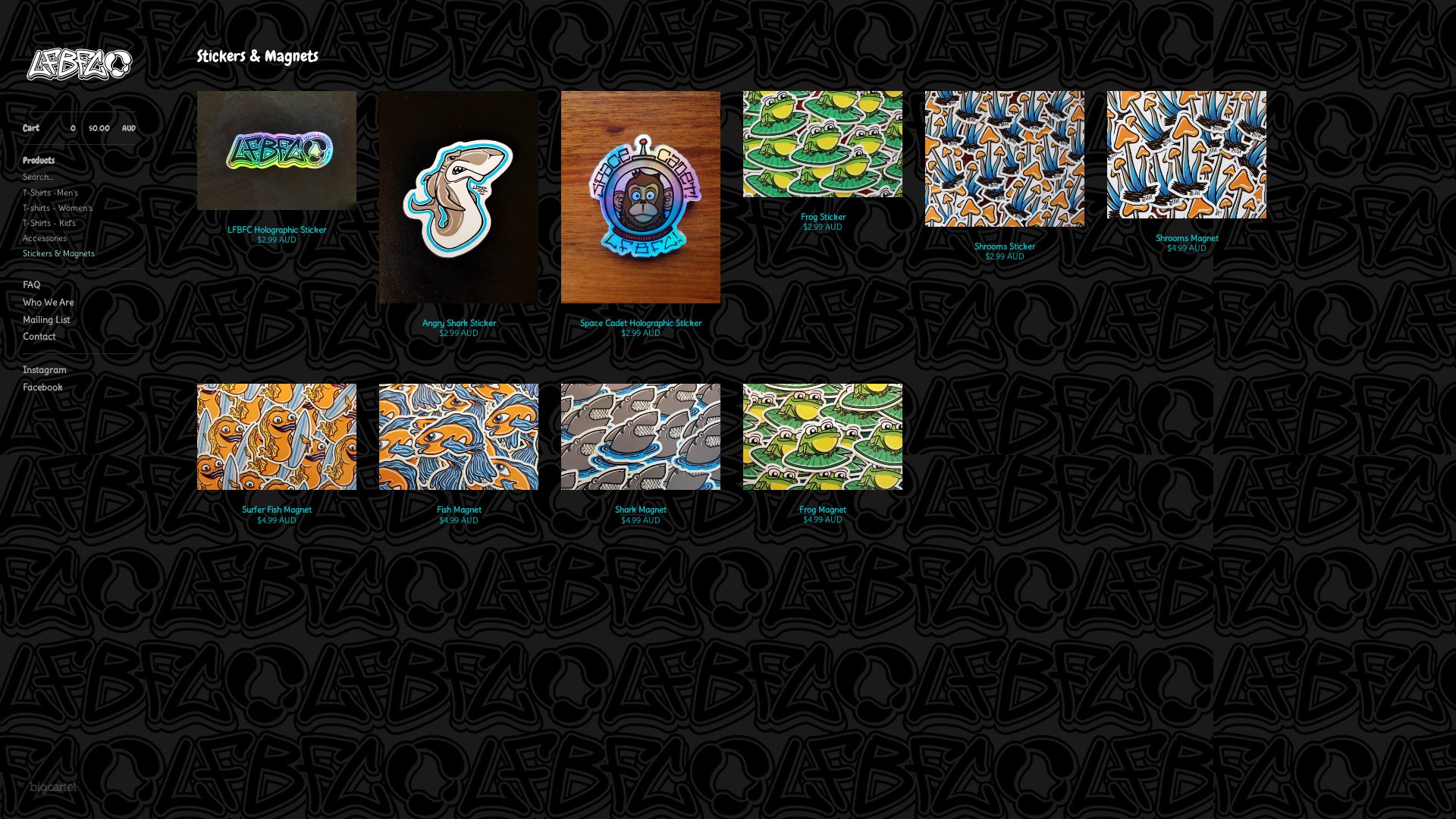 This screenshot has height=819, width=1456. What do you see at coordinates (78, 336) in the screenshot?
I see `'Contact'` at bounding box center [78, 336].